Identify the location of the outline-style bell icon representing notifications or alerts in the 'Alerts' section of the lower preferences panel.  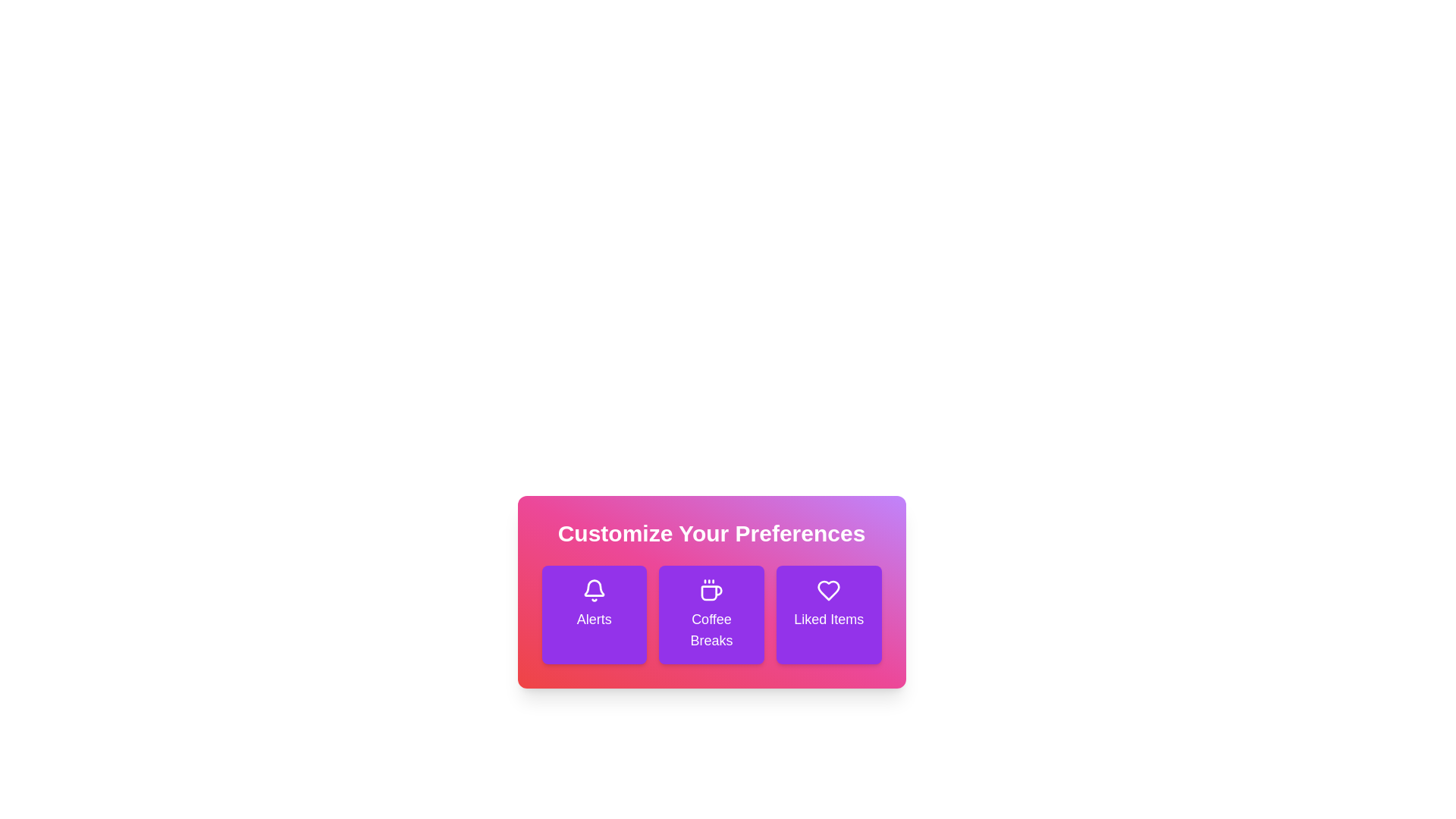
(593, 590).